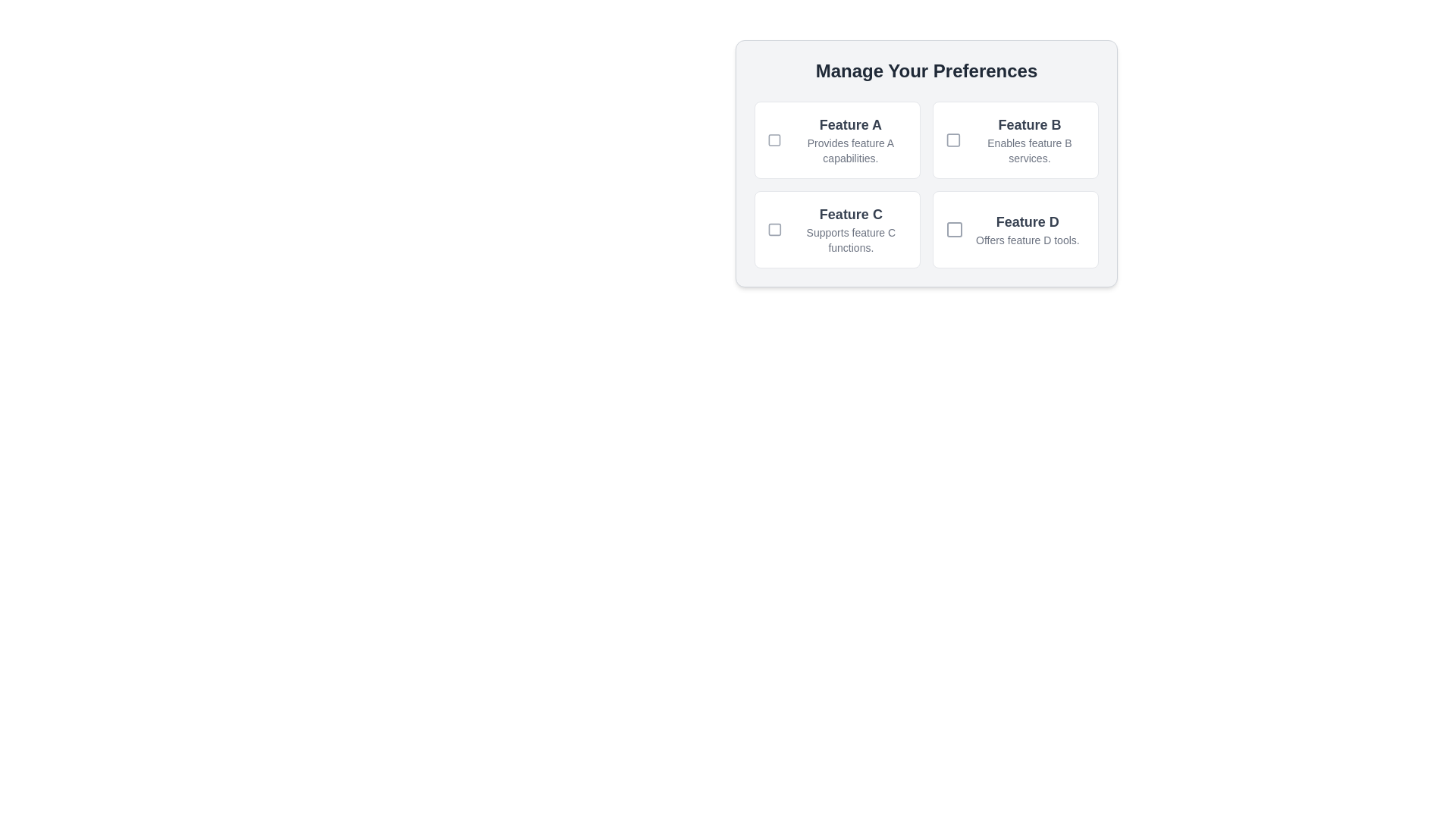  What do you see at coordinates (1028, 222) in the screenshot?
I see `text from the 'Feature D' title label located in the bottom-right position of the 2x2 grid under the 'Manage Your Preferences' section` at bounding box center [1028, 222].